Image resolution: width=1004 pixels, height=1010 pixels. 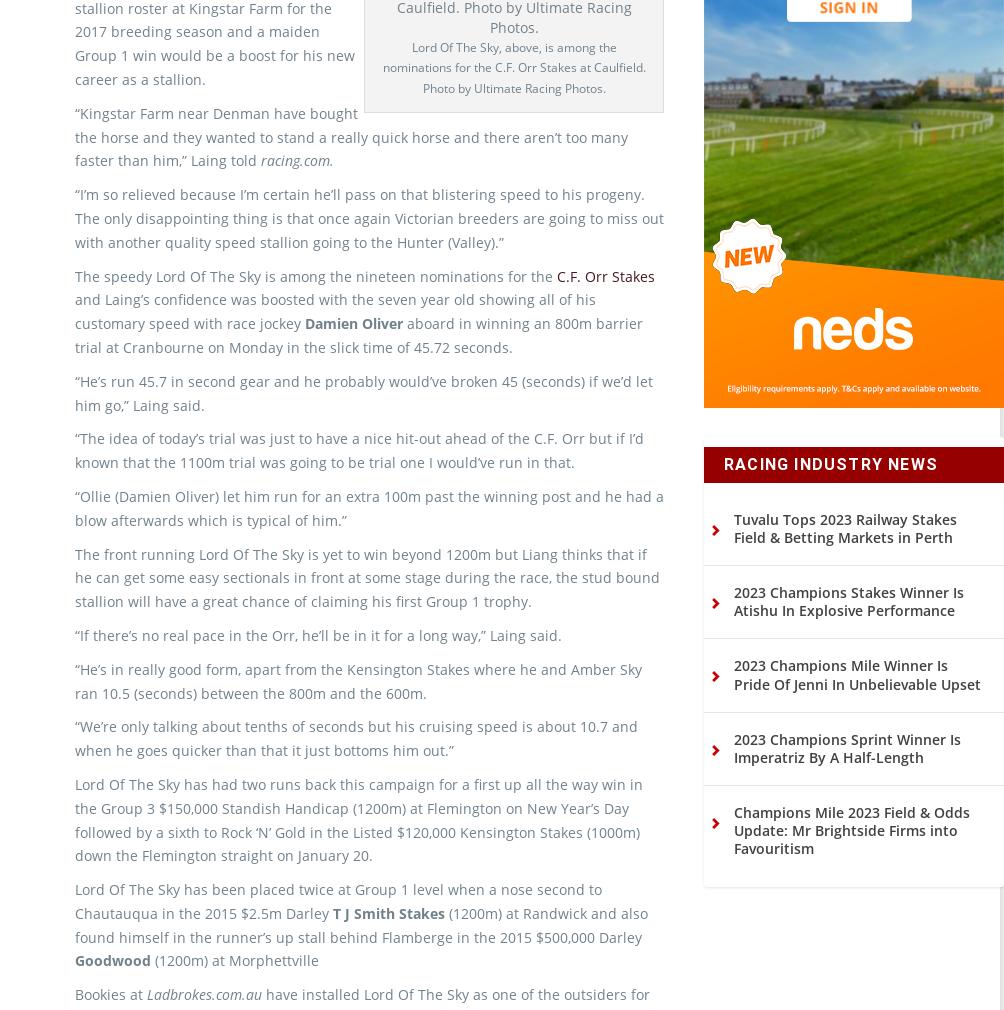 I want to click on 'and Laing’s confidence was boosted with the seven year old showing all of his customary speed with race jockey', so click(x=335, y=345).